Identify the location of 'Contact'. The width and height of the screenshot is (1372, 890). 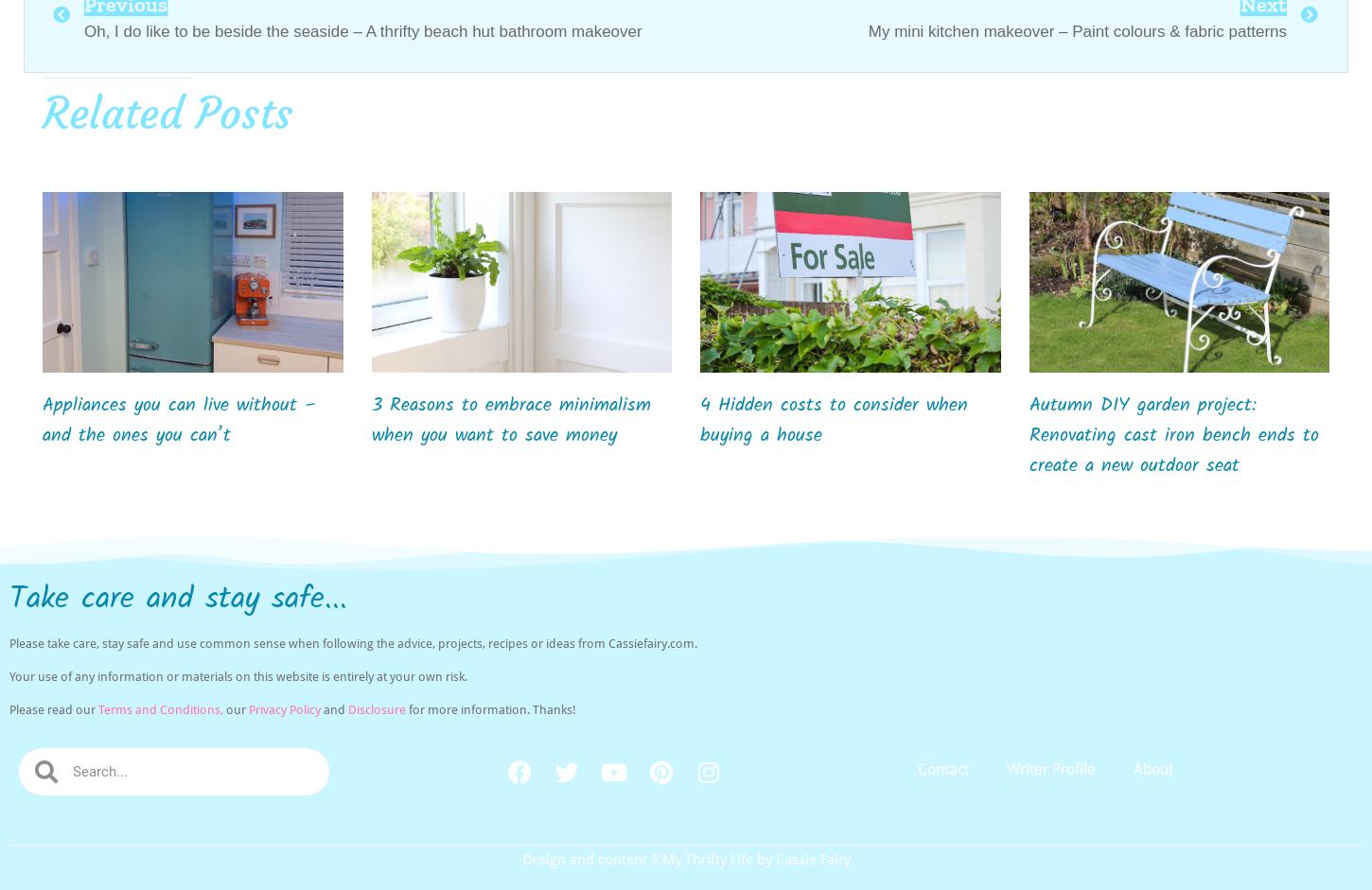
(918, 769).